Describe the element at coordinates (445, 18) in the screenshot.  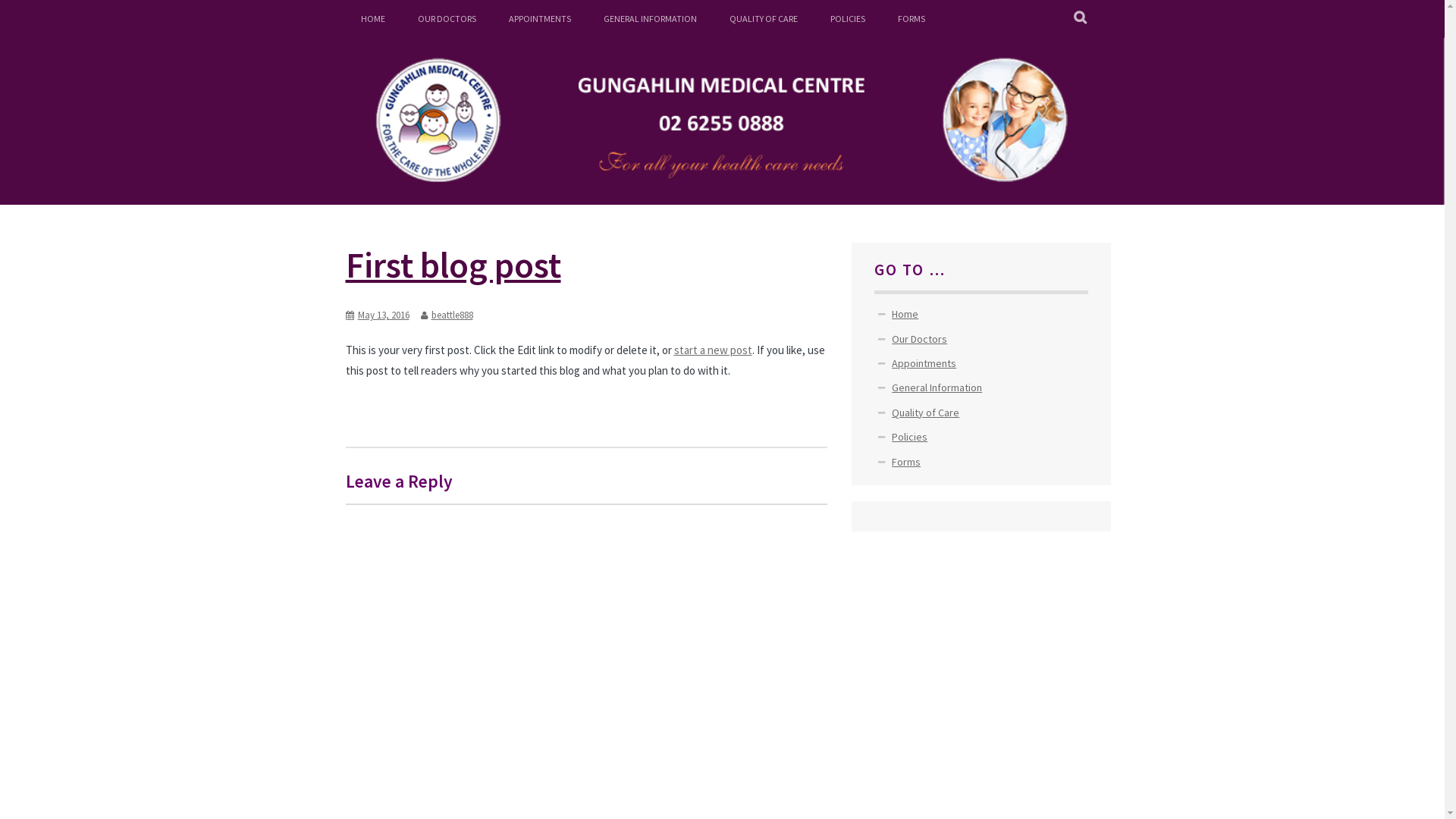
I see `'OUR DOCTORS'` at that location.